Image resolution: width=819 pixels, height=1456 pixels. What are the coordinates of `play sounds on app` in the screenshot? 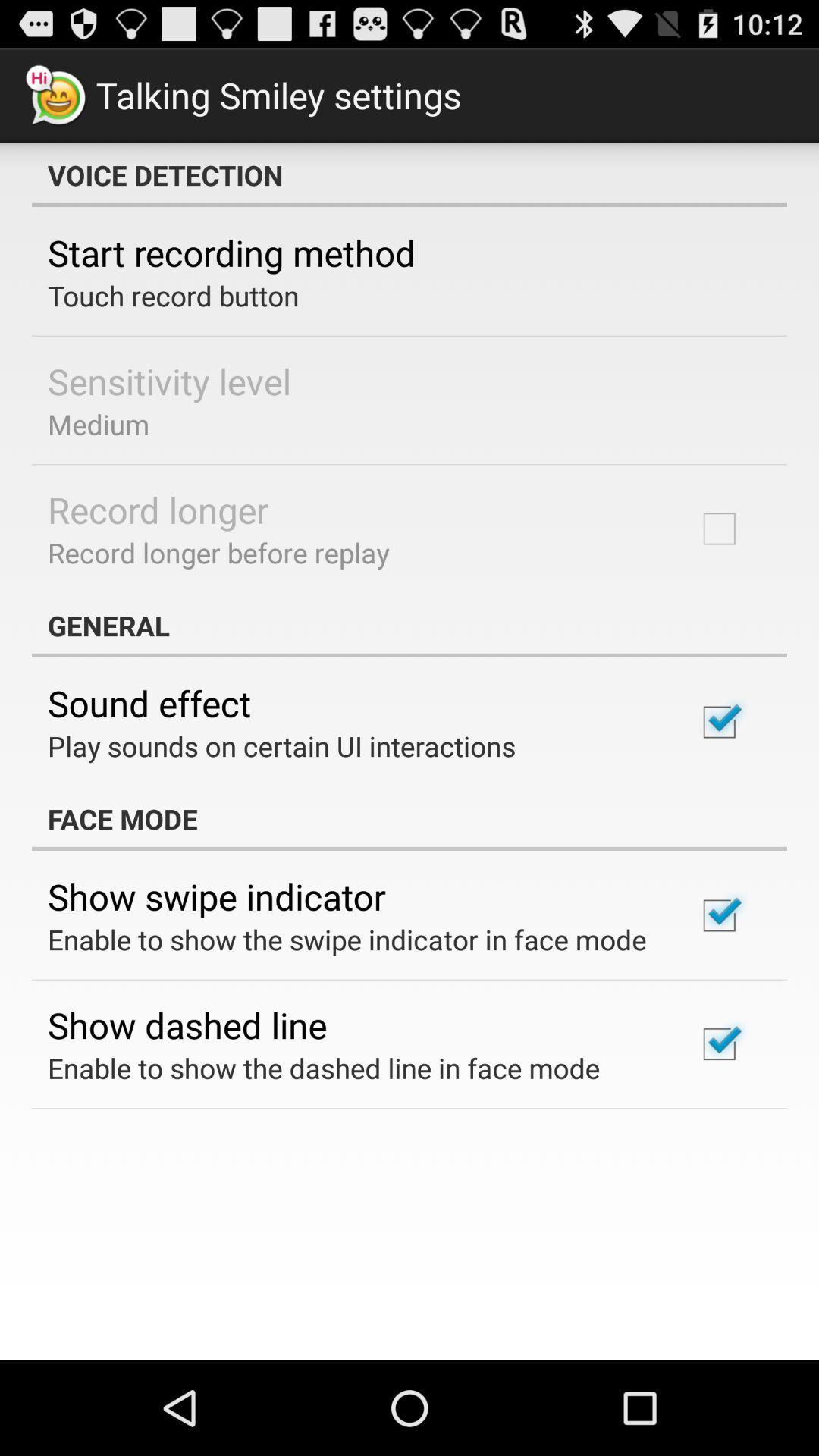 It's located at (281, 745).